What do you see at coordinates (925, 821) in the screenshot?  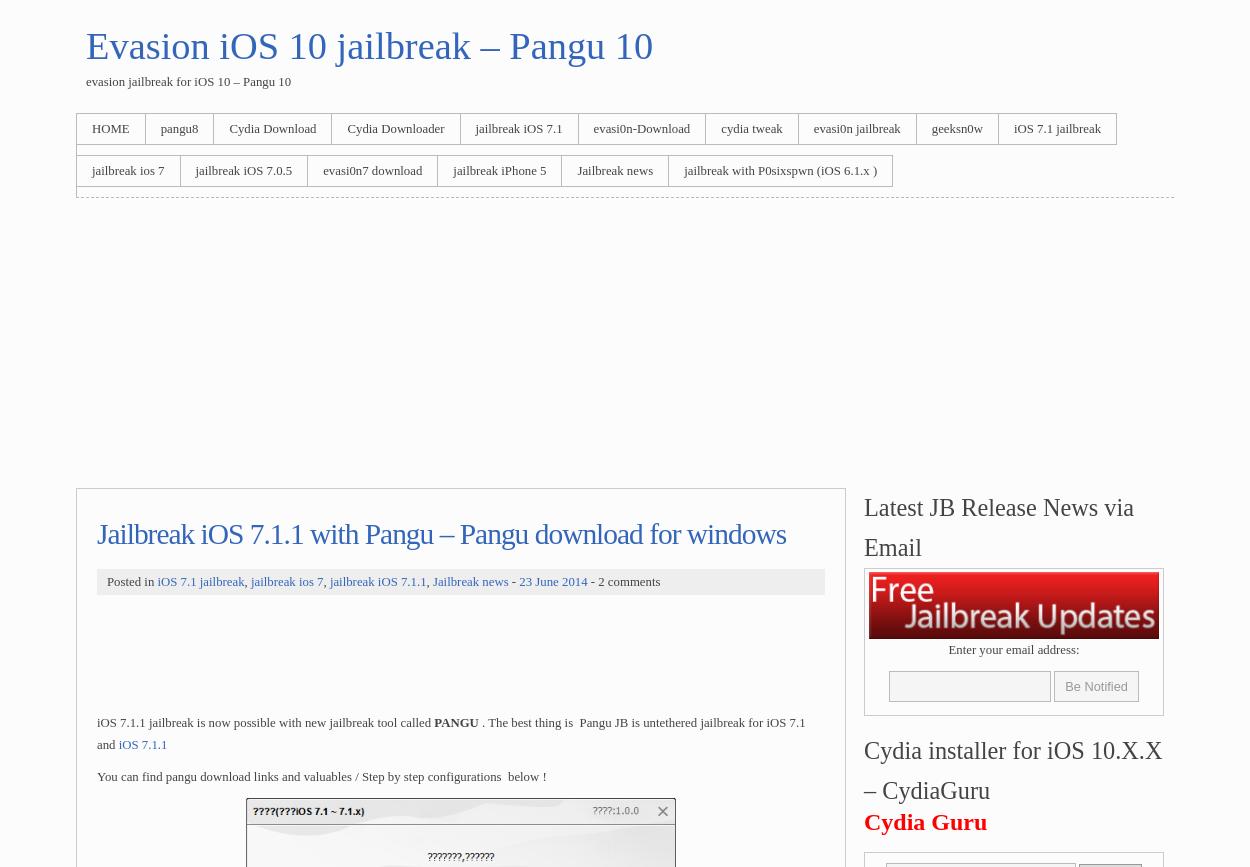 I see `'Cydia Guru'` at bounding box center [925, 821].